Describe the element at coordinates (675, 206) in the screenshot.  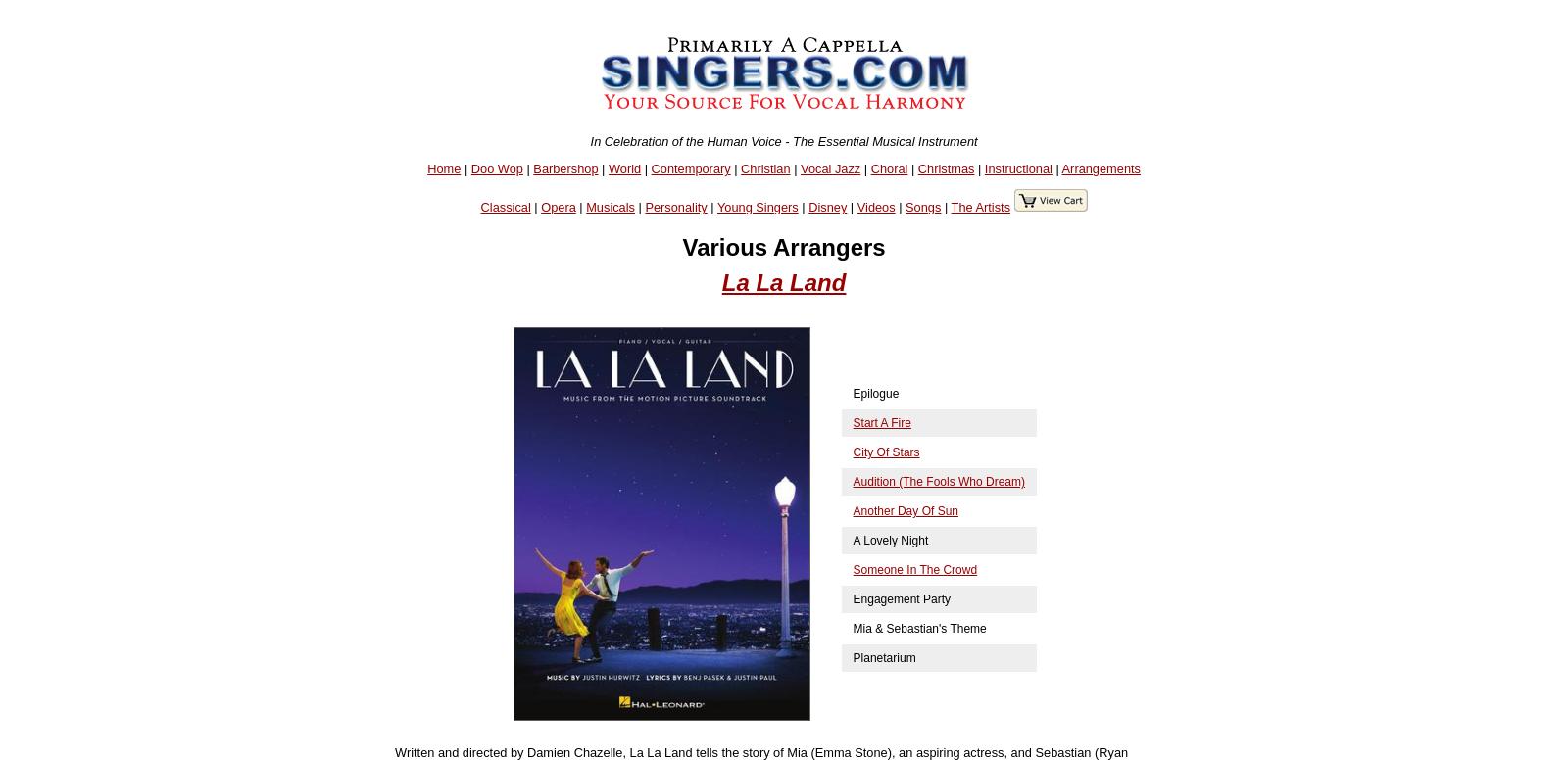
I see `'Personality'` at that location.